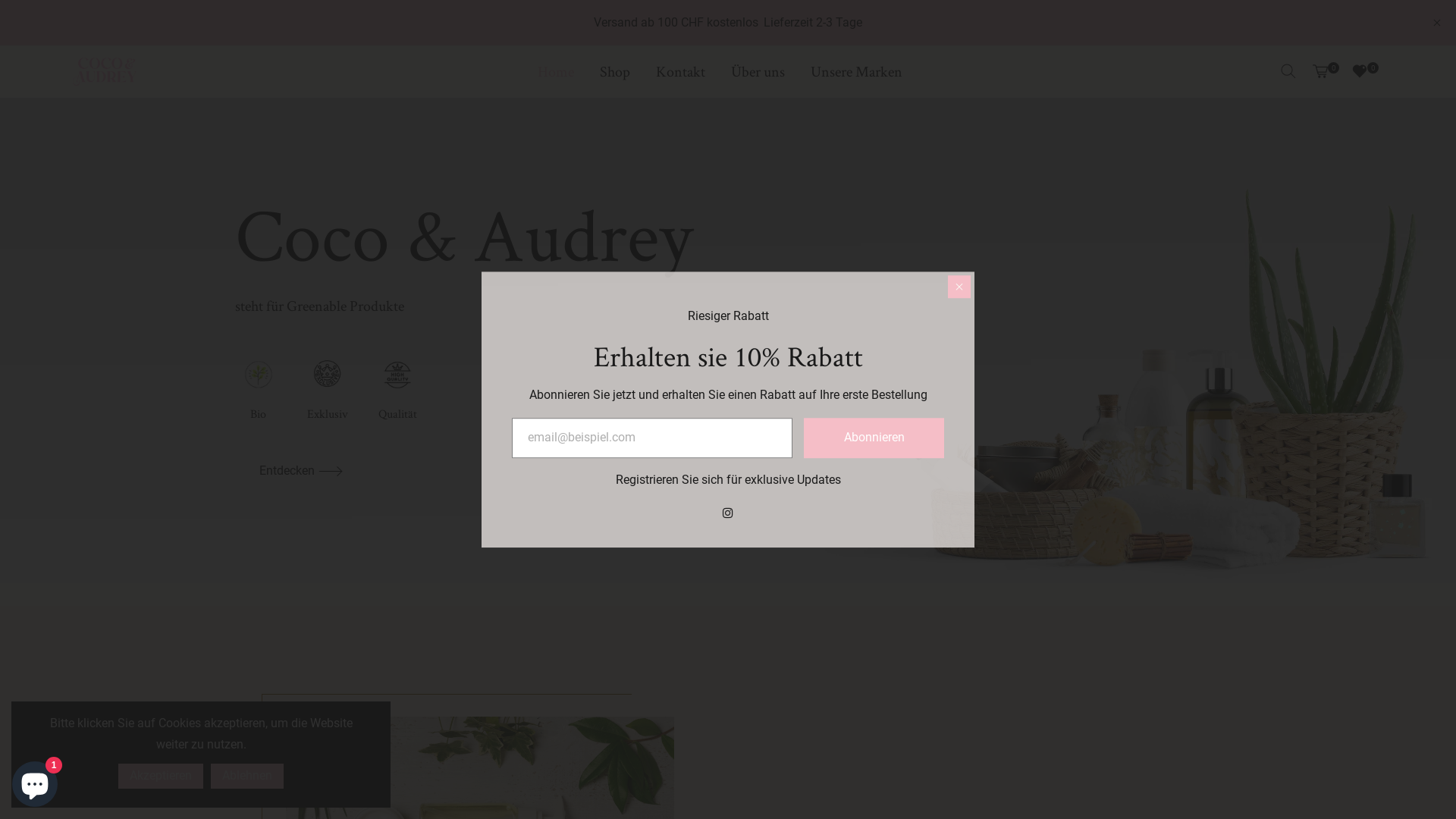  I want to click on 'Onlineshop-Chat von Shopify', so click(35, 780).